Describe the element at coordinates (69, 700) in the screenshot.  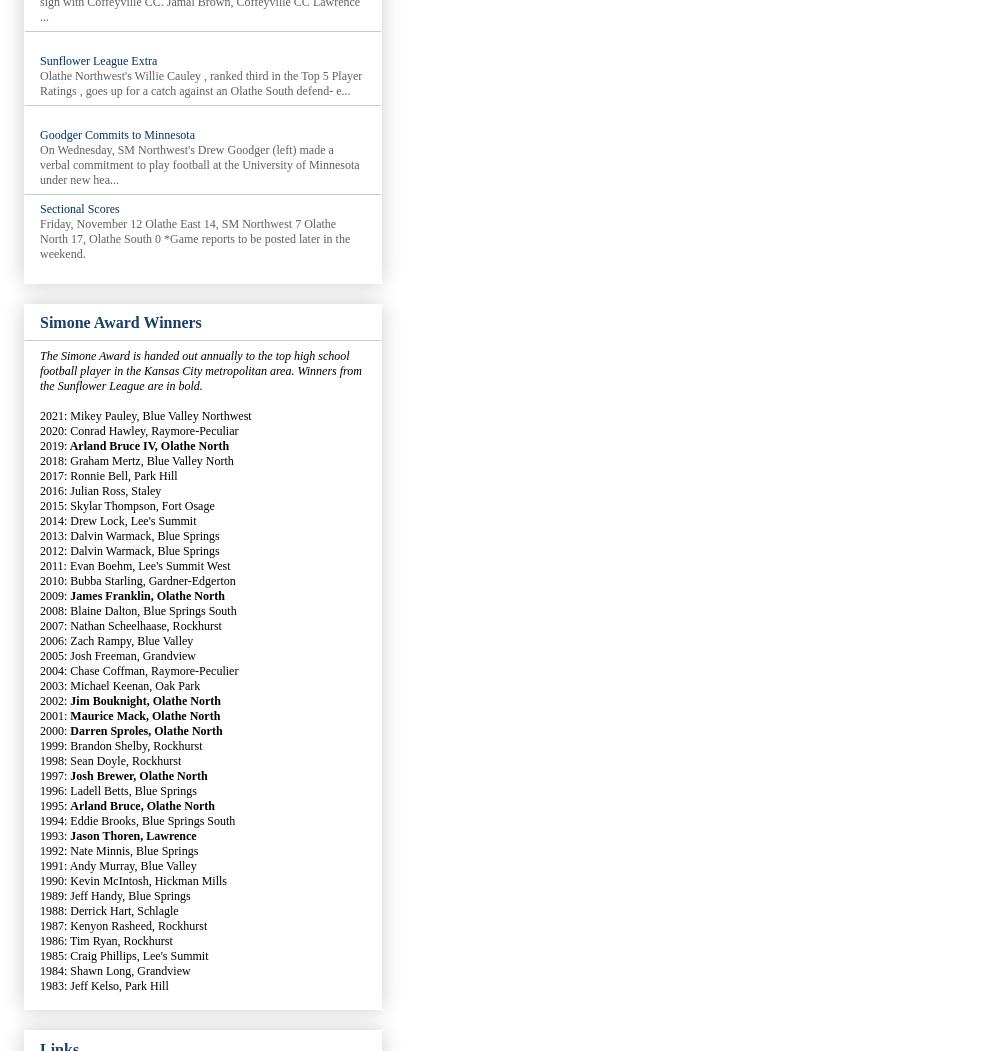
I see `'Jim Bouknight, Olathe North'` at that location.